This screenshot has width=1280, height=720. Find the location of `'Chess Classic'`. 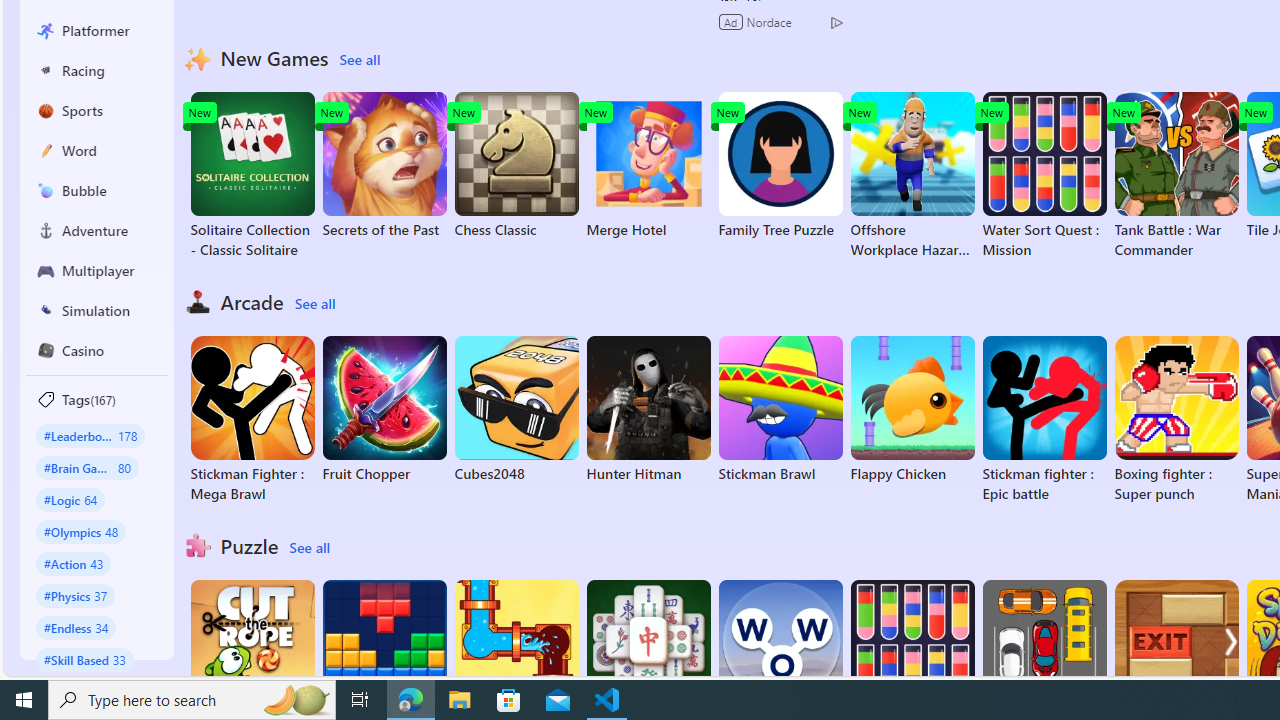

'Chess Classic' is located at coordinates (516, 164).